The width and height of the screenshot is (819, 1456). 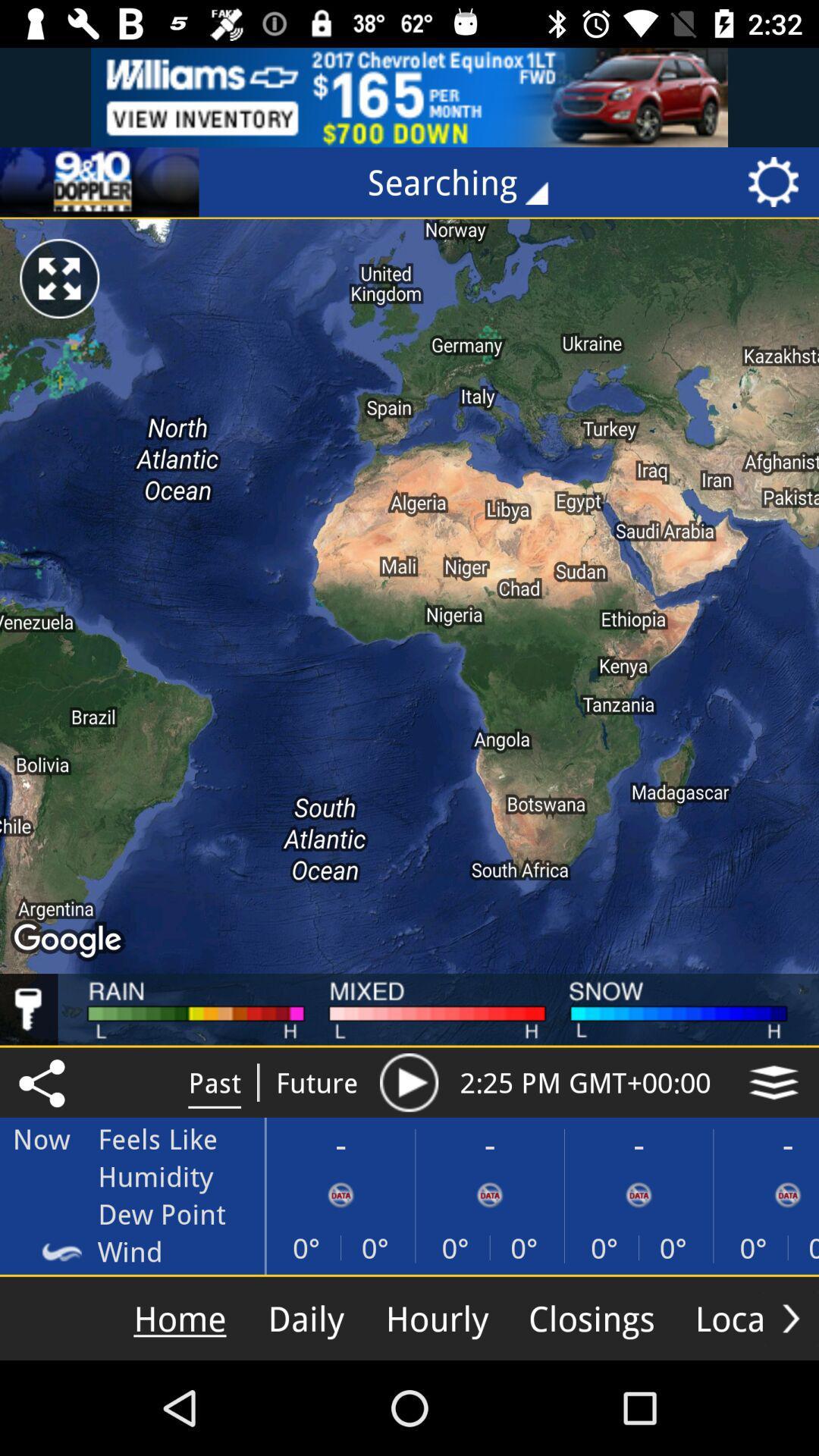 I want to click on the share icon, so click(x=44, y=1081).